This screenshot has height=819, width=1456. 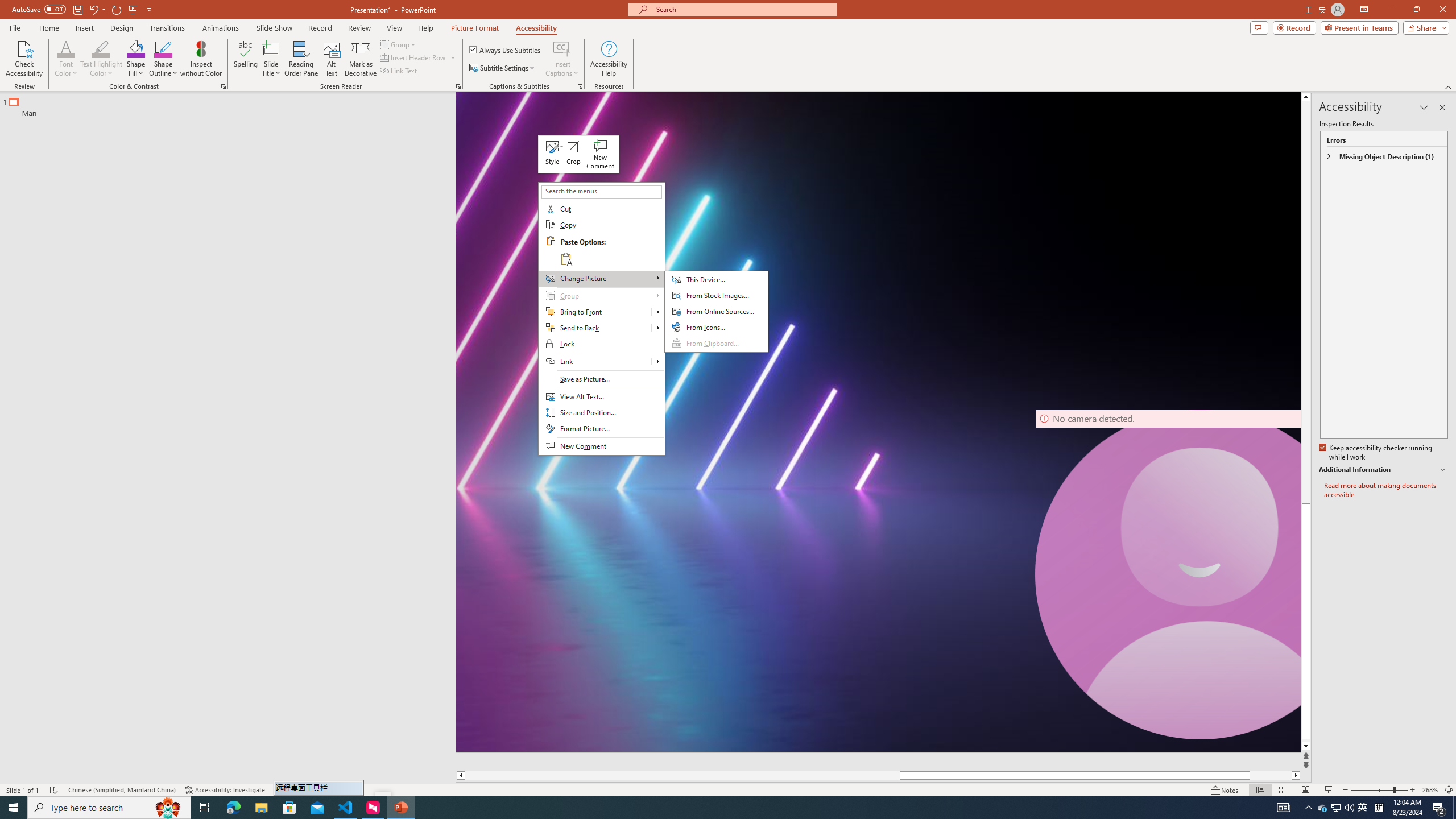 I want to click on 'From Icons...', so click(x=716, y=327).